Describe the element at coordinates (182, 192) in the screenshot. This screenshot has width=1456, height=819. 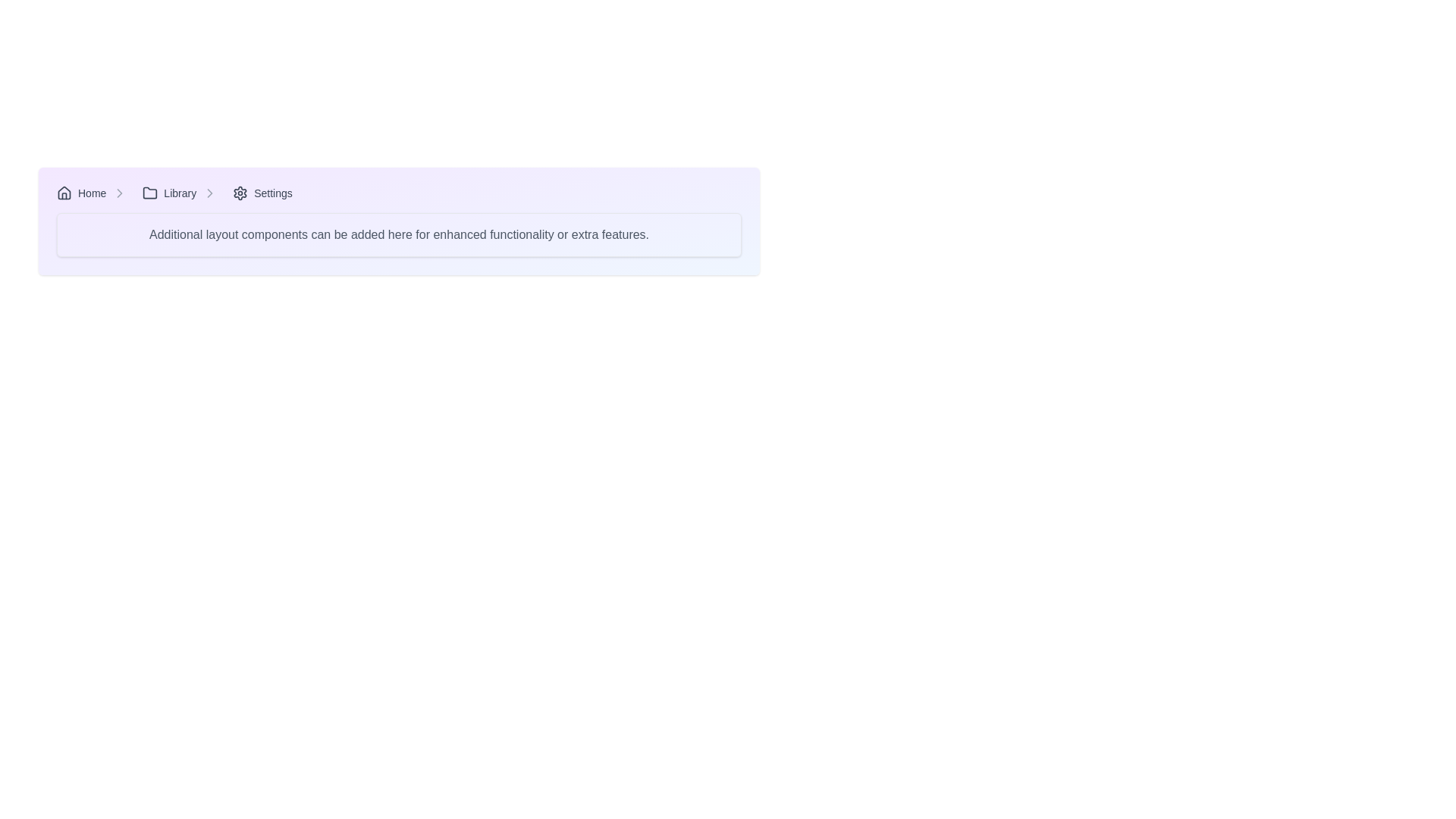
I see `the 'Library' breadcrumb navigation item, which is the second item in the breadcrumb bar` at that location.